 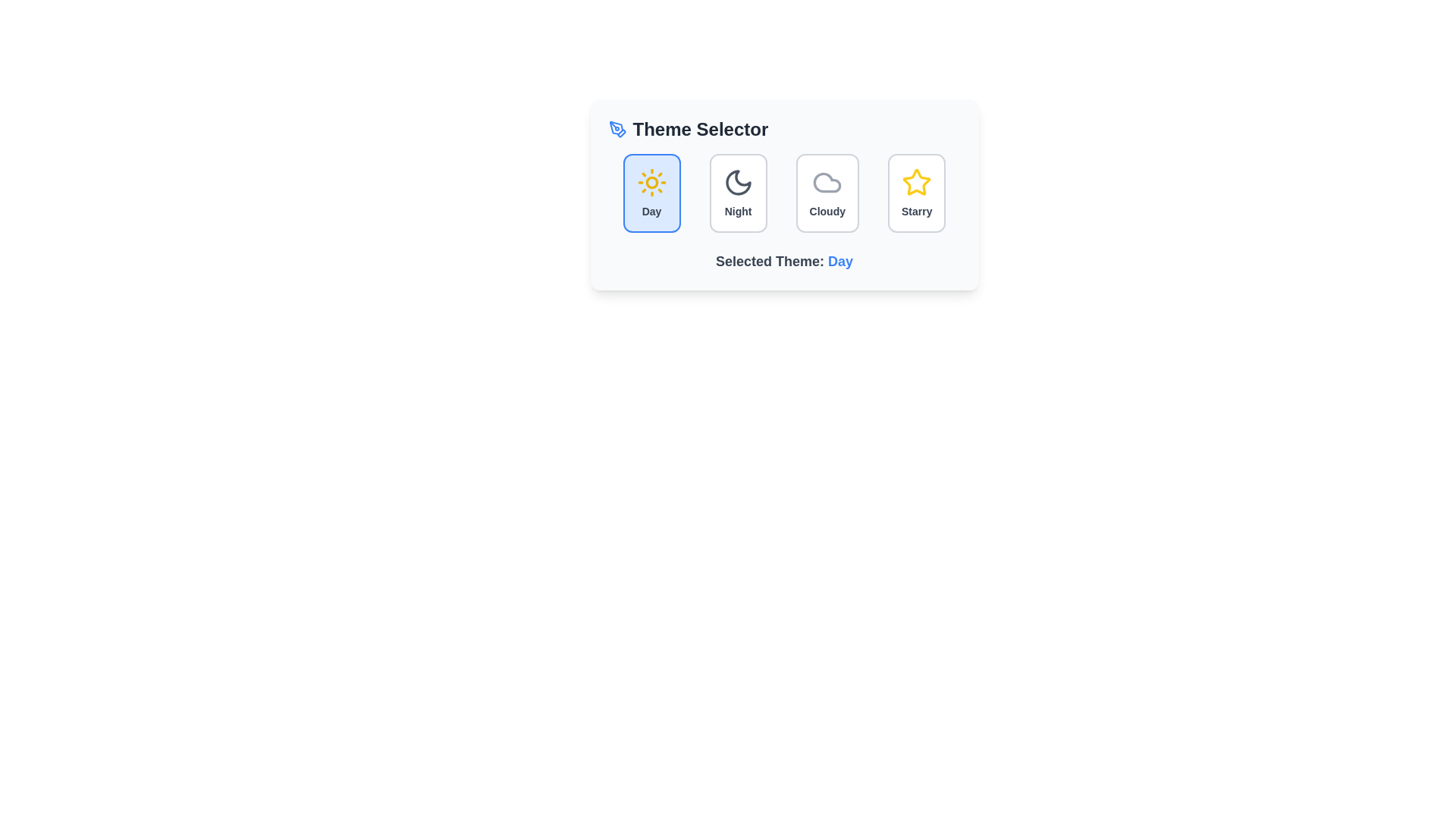 What do you see at coordinates (738, 192) in the screenshot?
I see `the 'Night' theme selection button, which is the second button in a horizontal group of four within the 'Theme Selector' panel, located between the 'Day' button and the 'Cloudy' button` at bounding box center [738, 192].